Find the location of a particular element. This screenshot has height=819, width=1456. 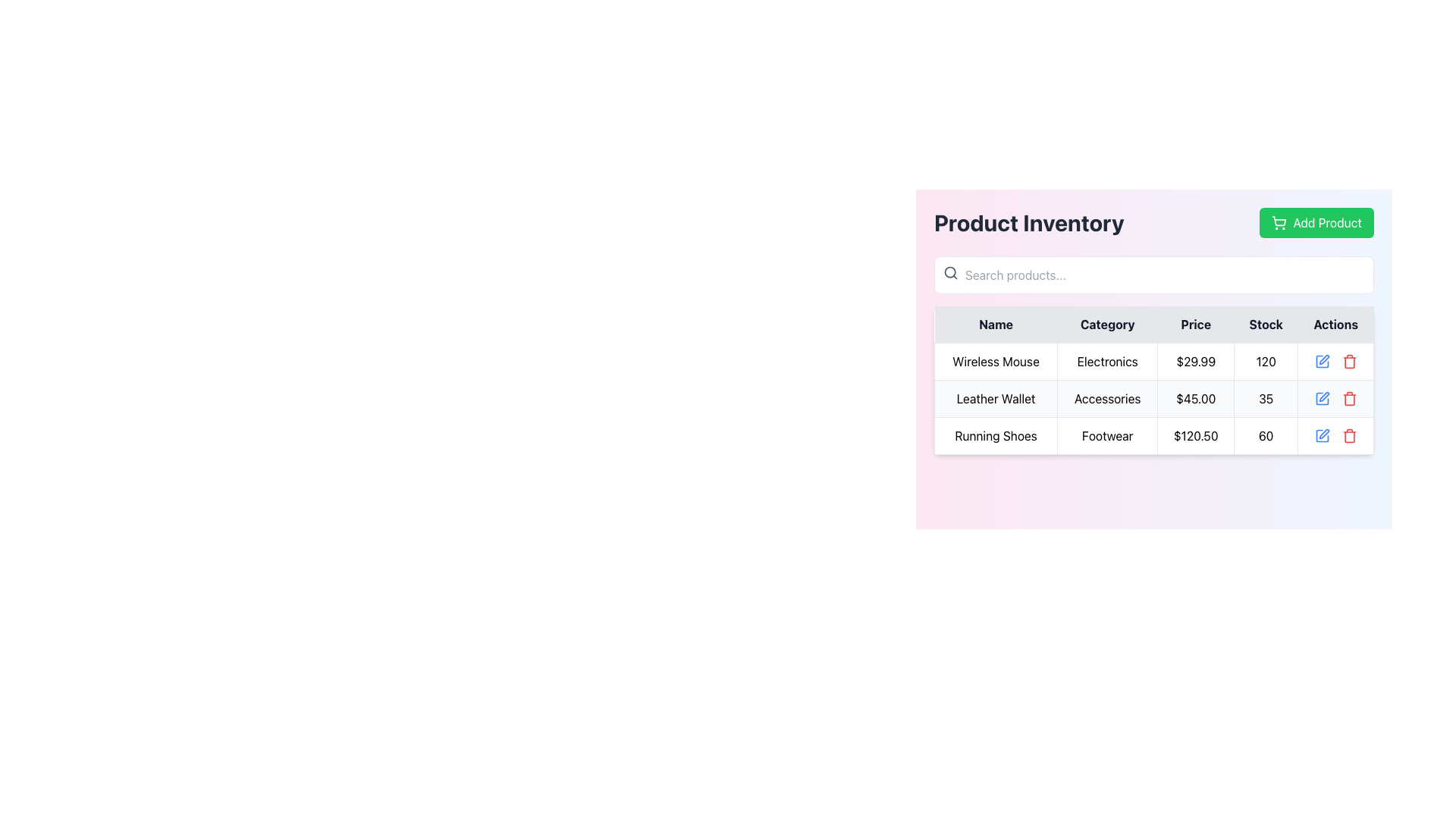

the action menu group of icons located in the 'Actions' cell of the first table row is located at coordinates (1335, 362).